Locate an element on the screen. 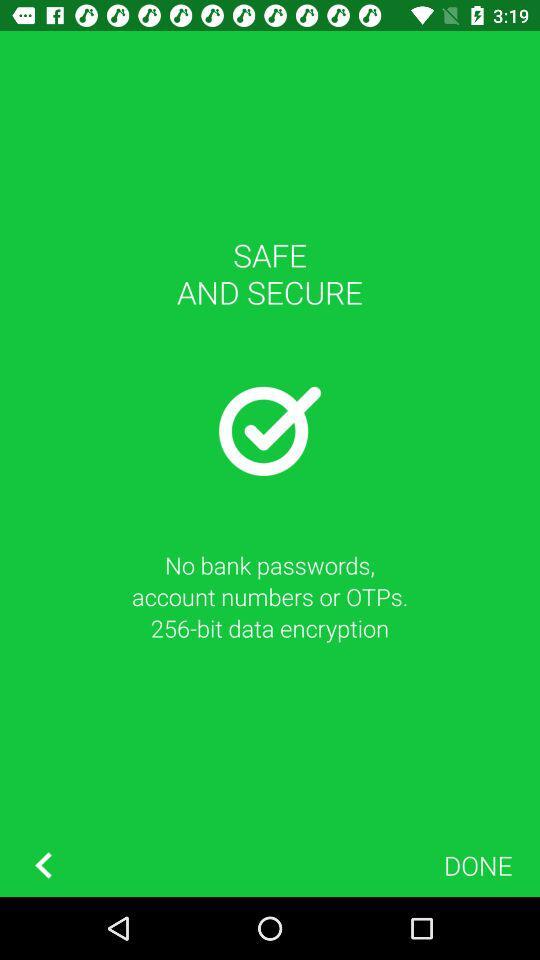  icon below no bank passwords item is located at coordinates (477, 864).